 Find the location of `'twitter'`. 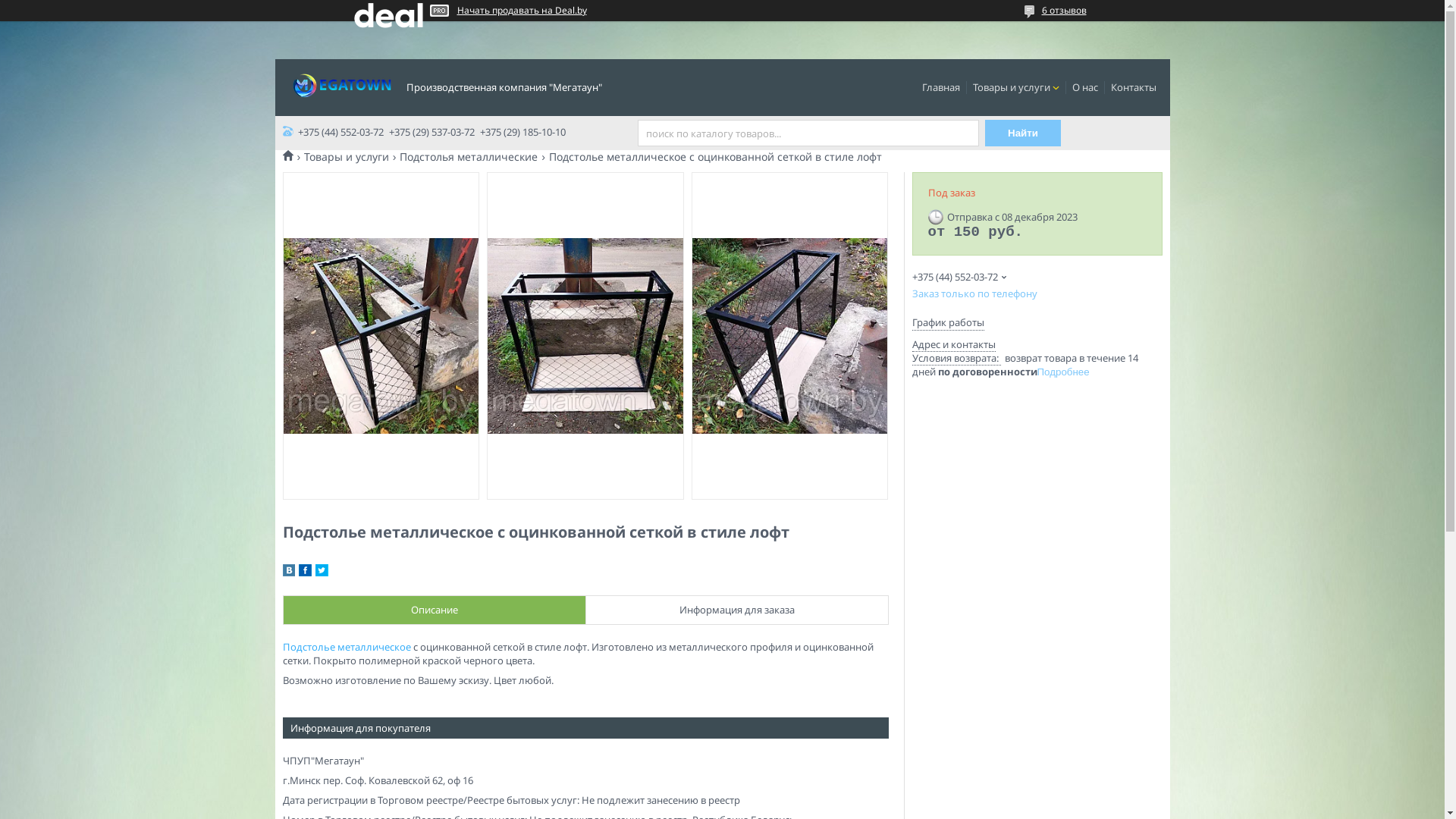

'twitter' is located at coordinates (321, 573).